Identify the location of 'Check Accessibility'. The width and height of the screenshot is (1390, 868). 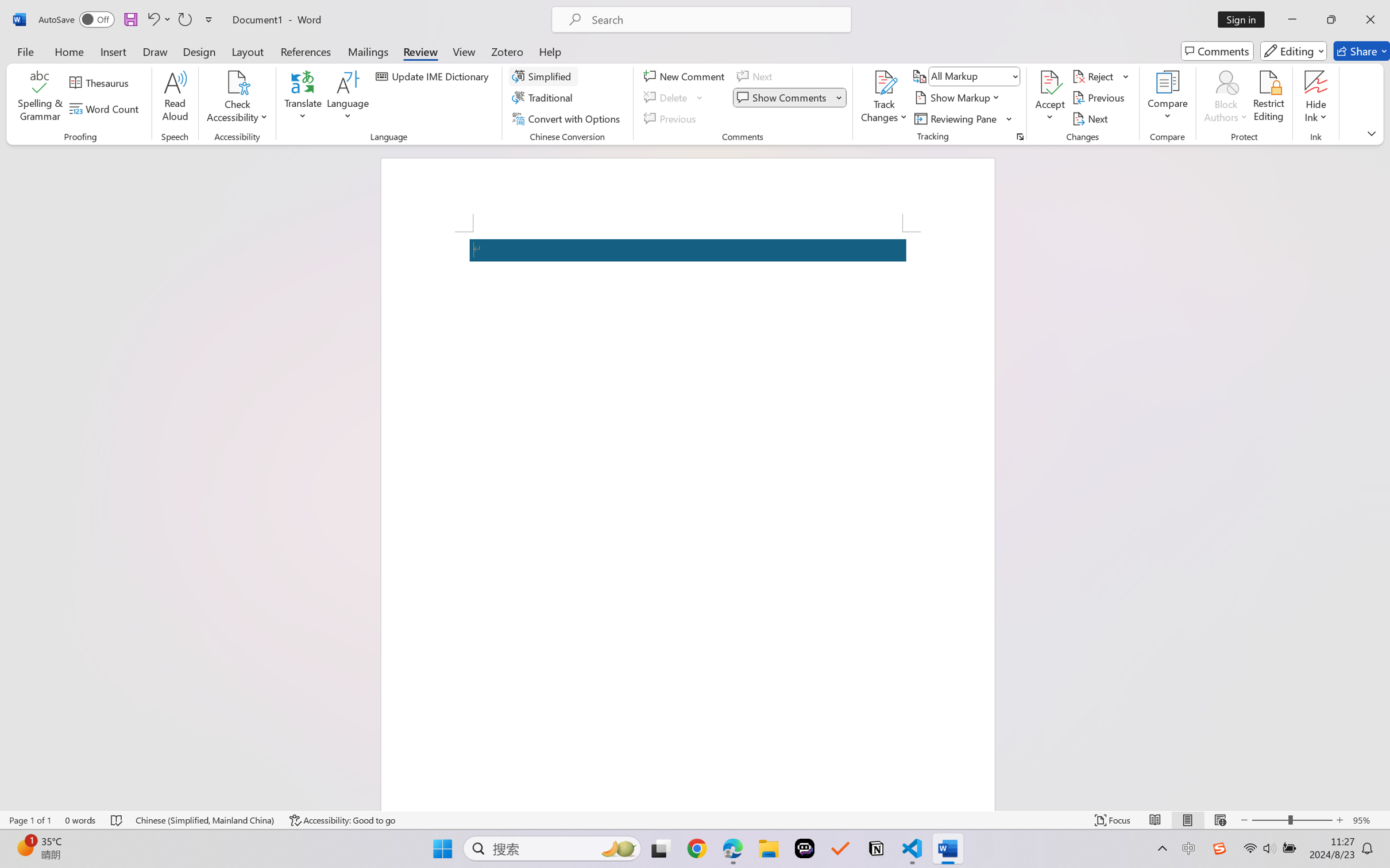
(237, 82).